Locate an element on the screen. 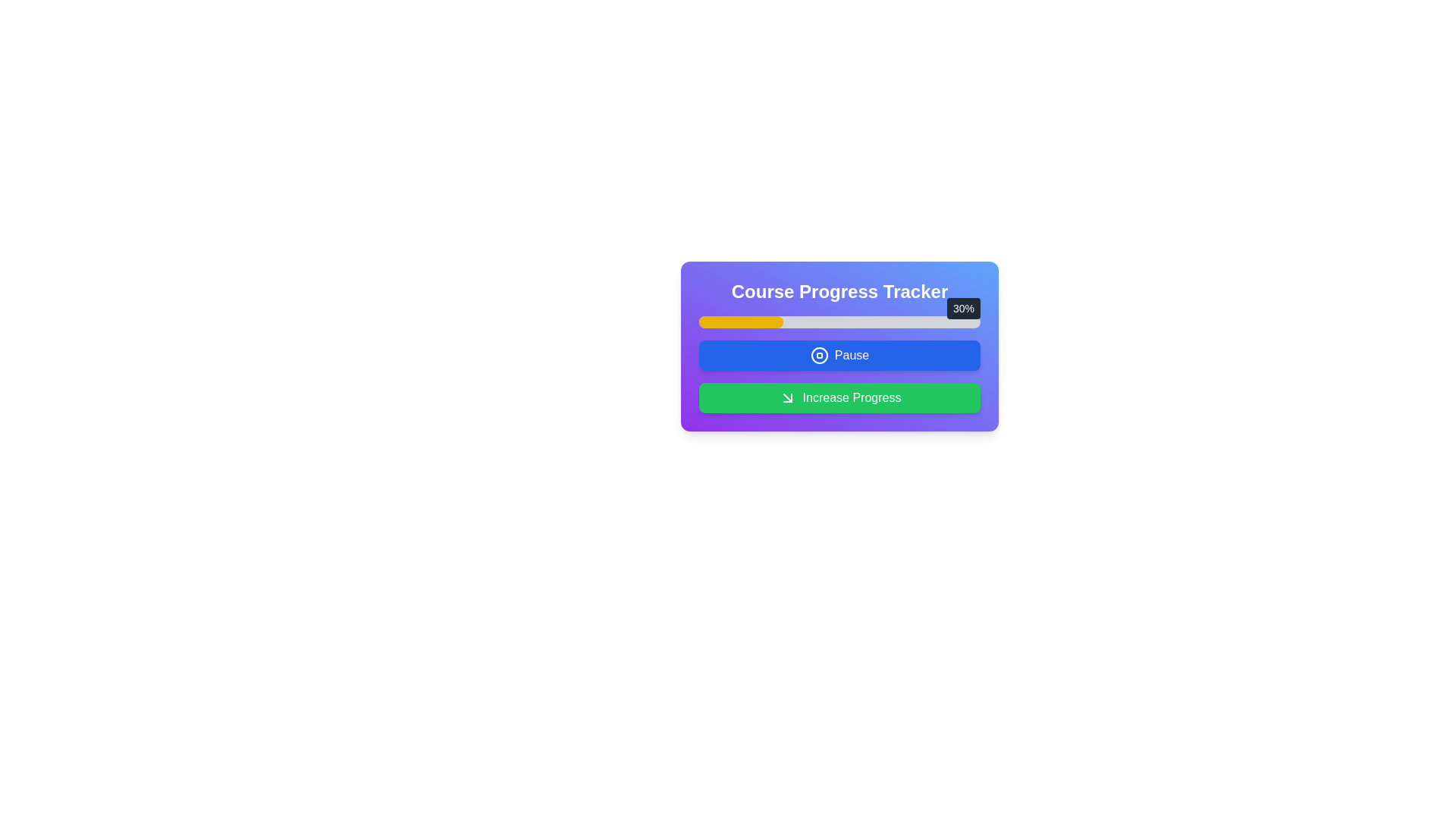  the progress bar indicating course completion status, which shows '30%' and is located below the 'Course Progress Tracker' header is located at coordinates (839, 321).